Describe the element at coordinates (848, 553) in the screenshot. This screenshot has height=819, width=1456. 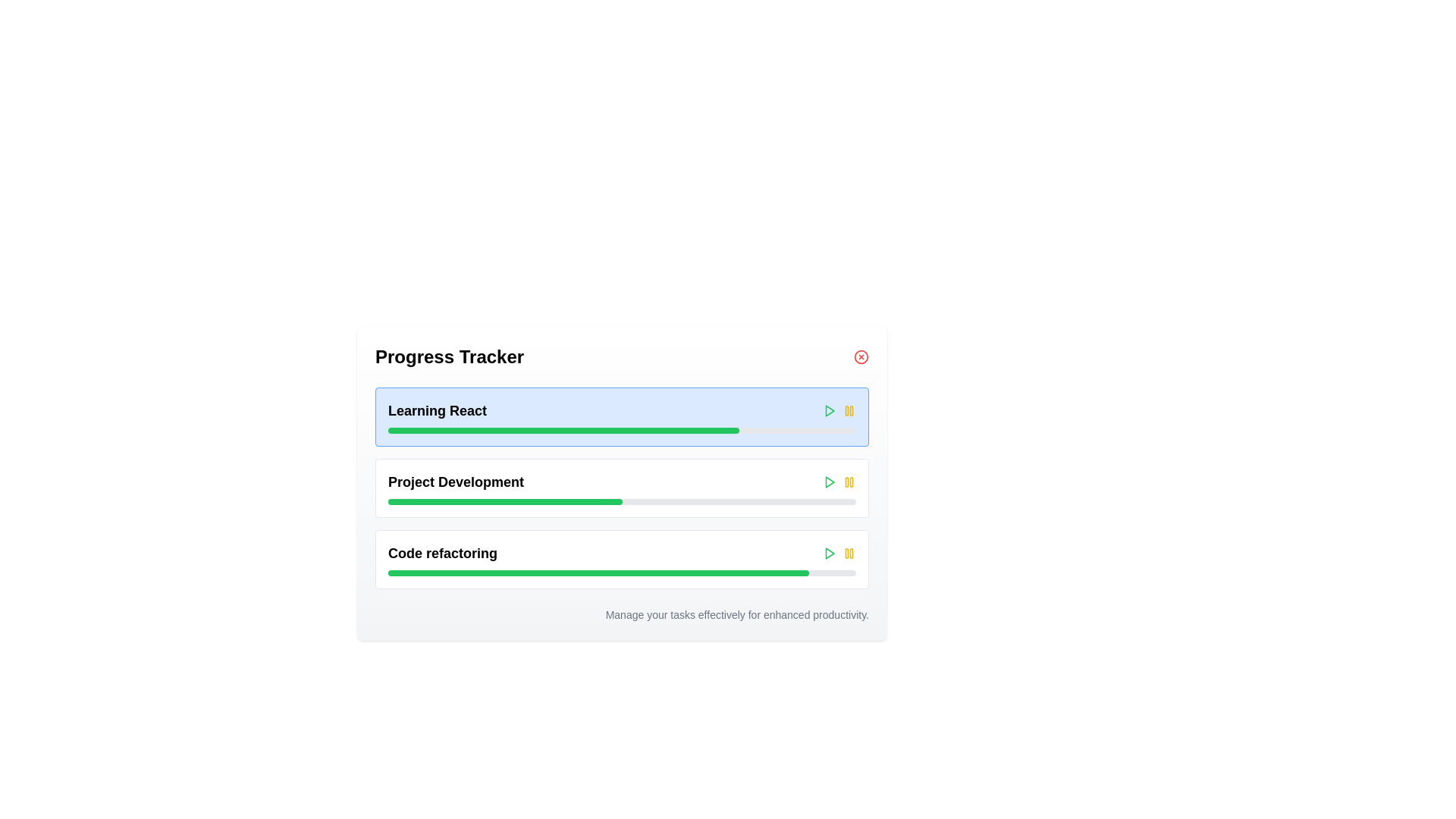
I see `the pause control button located to the far right of the 'Code refactoring' progress tracker` at that location.